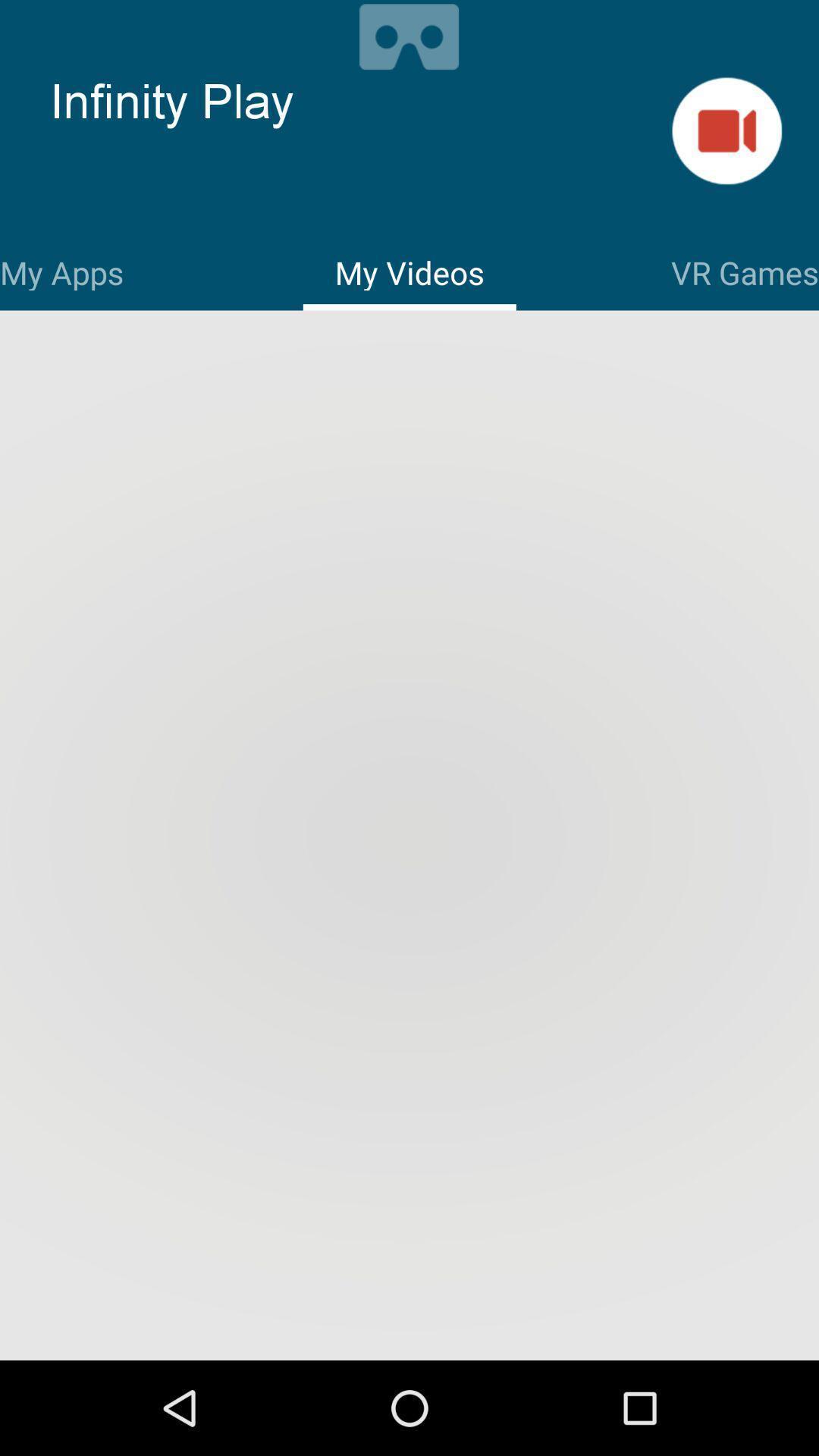 The image size is (819, 1456). What do you see at coordinates (61, 270) in the screenshot?
I see `item next to my videos item` at bounding box center [61, 270].